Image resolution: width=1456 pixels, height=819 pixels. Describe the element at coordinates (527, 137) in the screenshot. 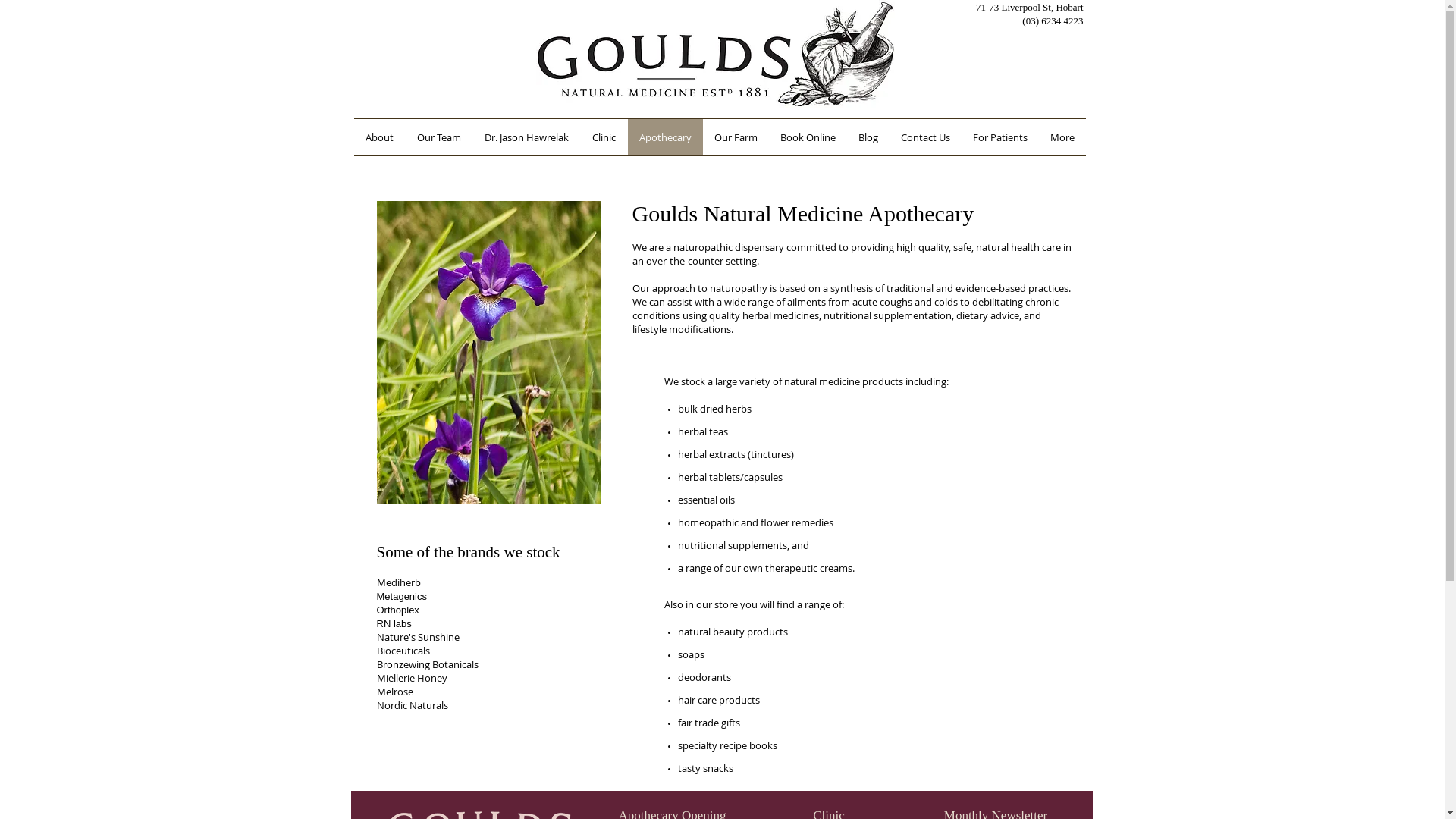

I see `'Dr. Jason Hawrelak'` at that location.